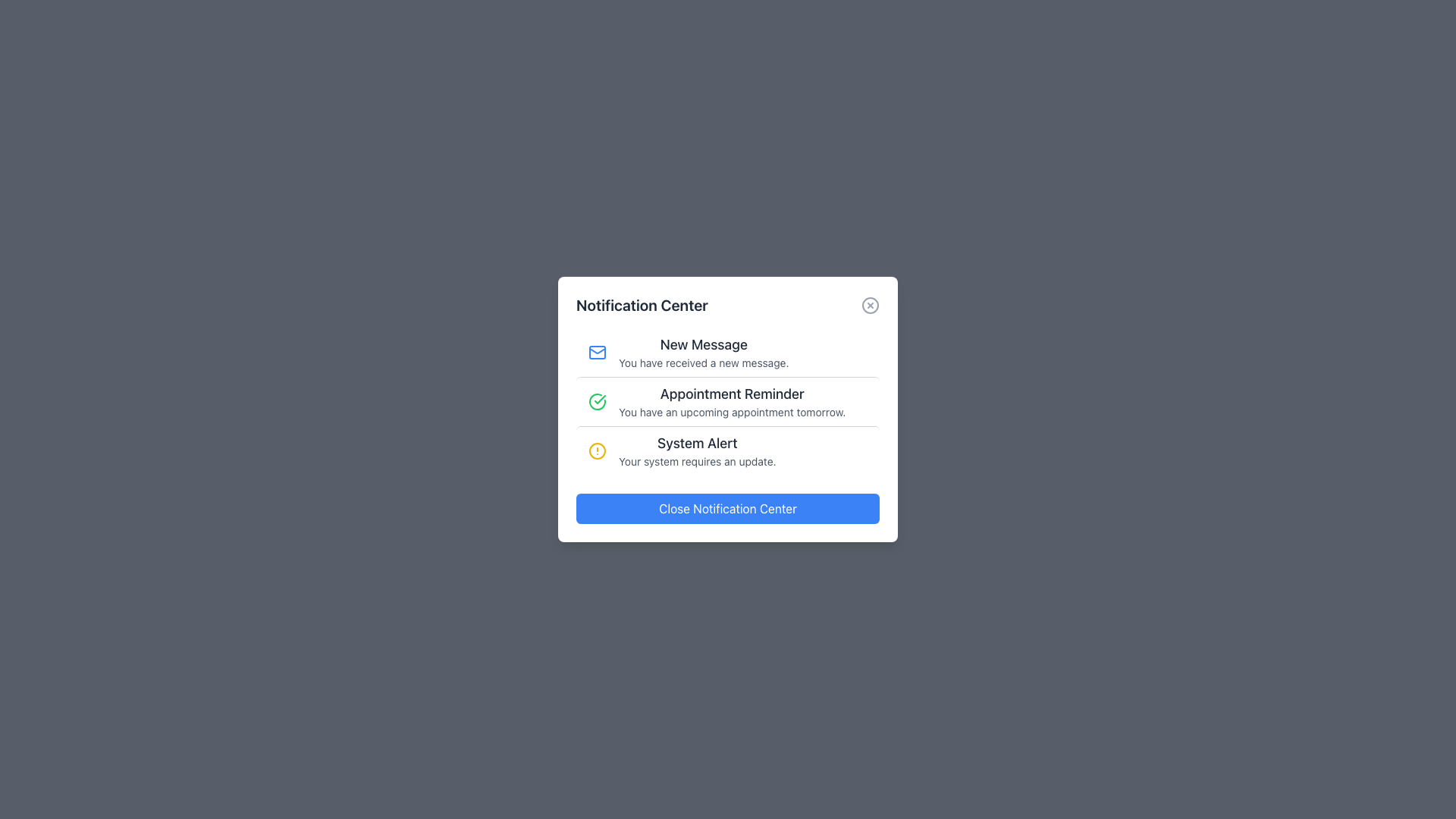  What do you see at coordinates (728, 450) in the screenshot?
I see `the third notification item that alerts the user about a system requirement, located within a white card-like box at the bottom of the notification list` at bounding box center [728, 450].